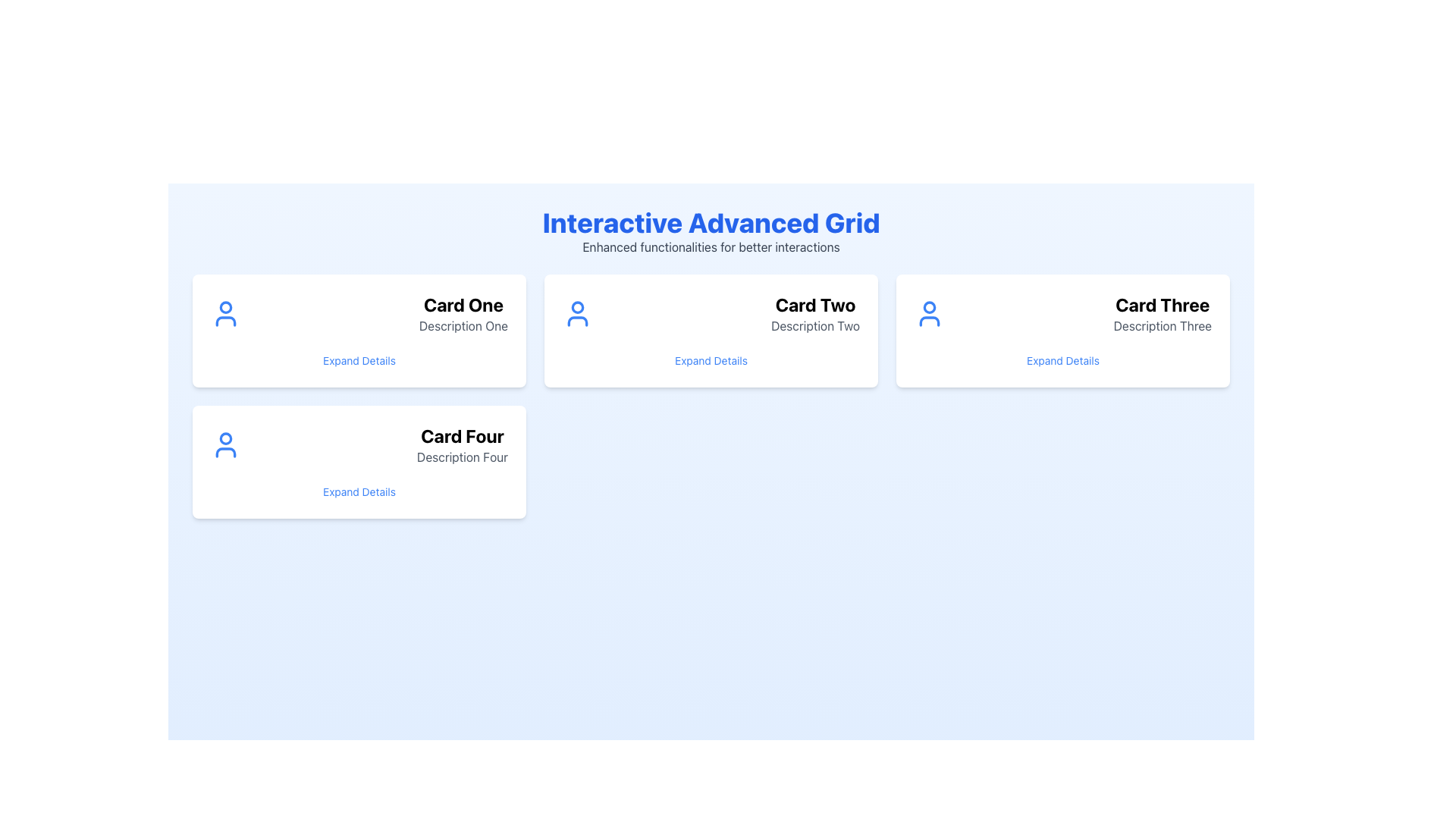 This screenshot has height=819, width=1456. What do you see at coordinates (461, 456) in the screenshot?
I see `the text label providing additional information related to the 'Card Four' element, which is located at the bottom-left portion inside the card labeled 'Card Four'` at bounding box center [461, 456].